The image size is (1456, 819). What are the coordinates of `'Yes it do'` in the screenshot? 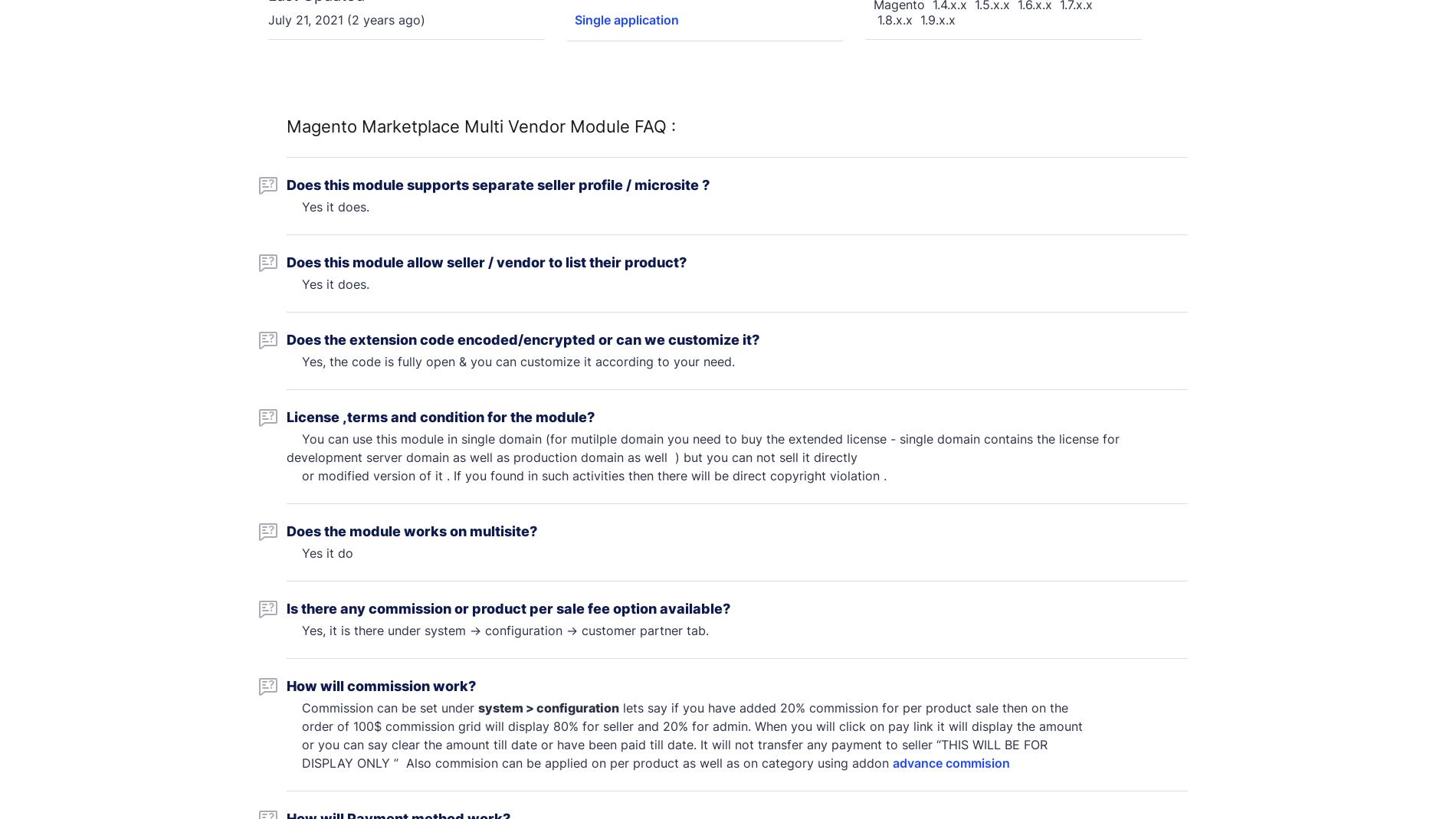 It's located at (321, 552).